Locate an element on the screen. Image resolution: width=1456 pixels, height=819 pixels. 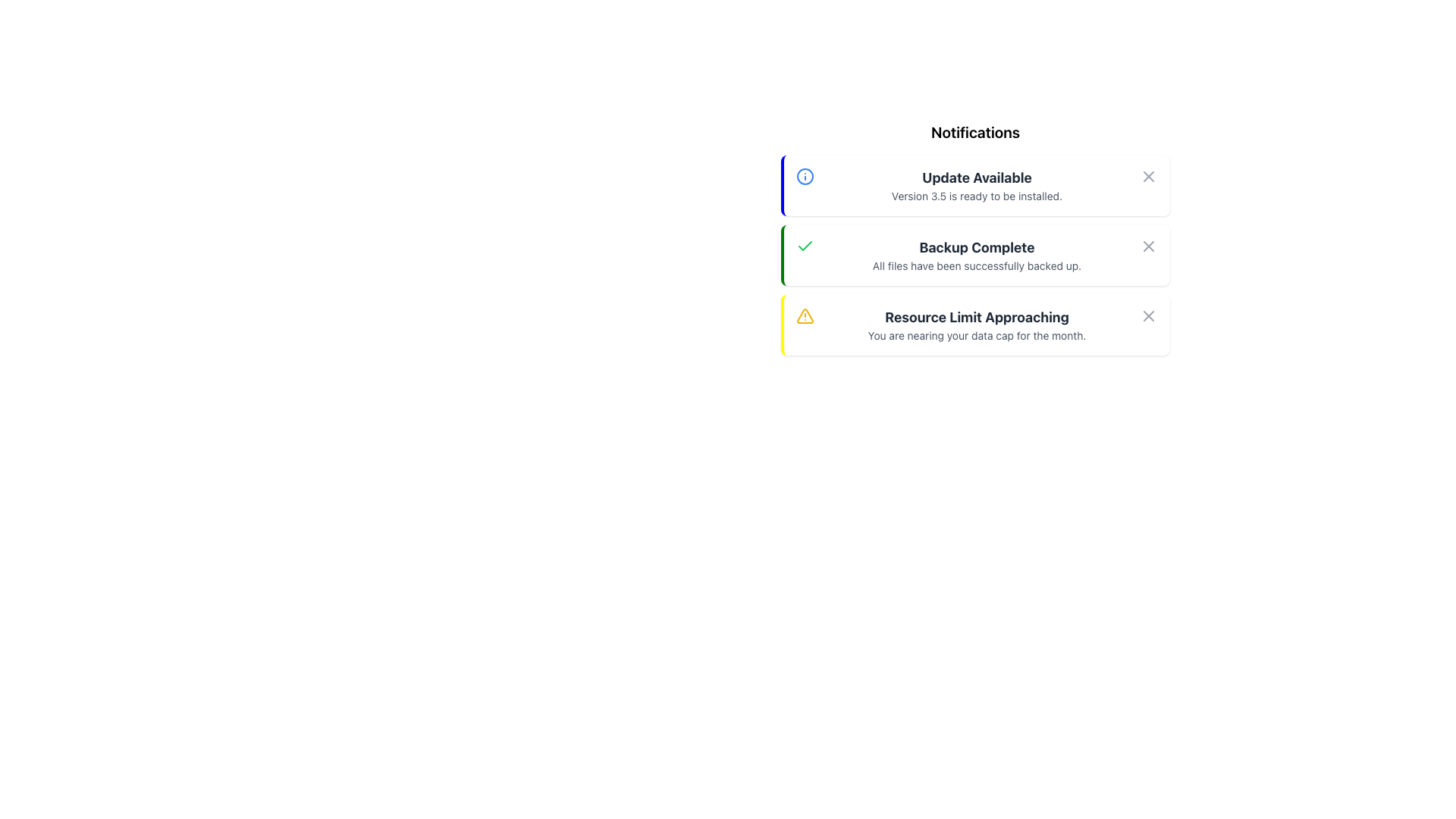
the 'Notifications' text header, which is a large, bold label positioned at the top of the panel containing notification items is located at coordinates (975, 131).